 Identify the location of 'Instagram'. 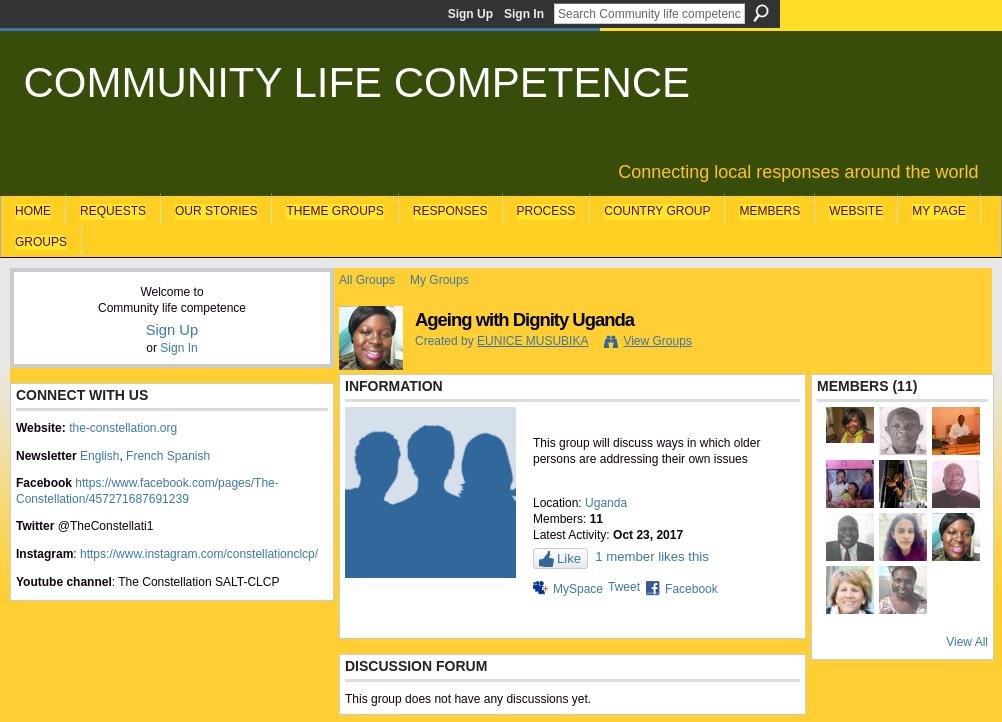
(44, 551).